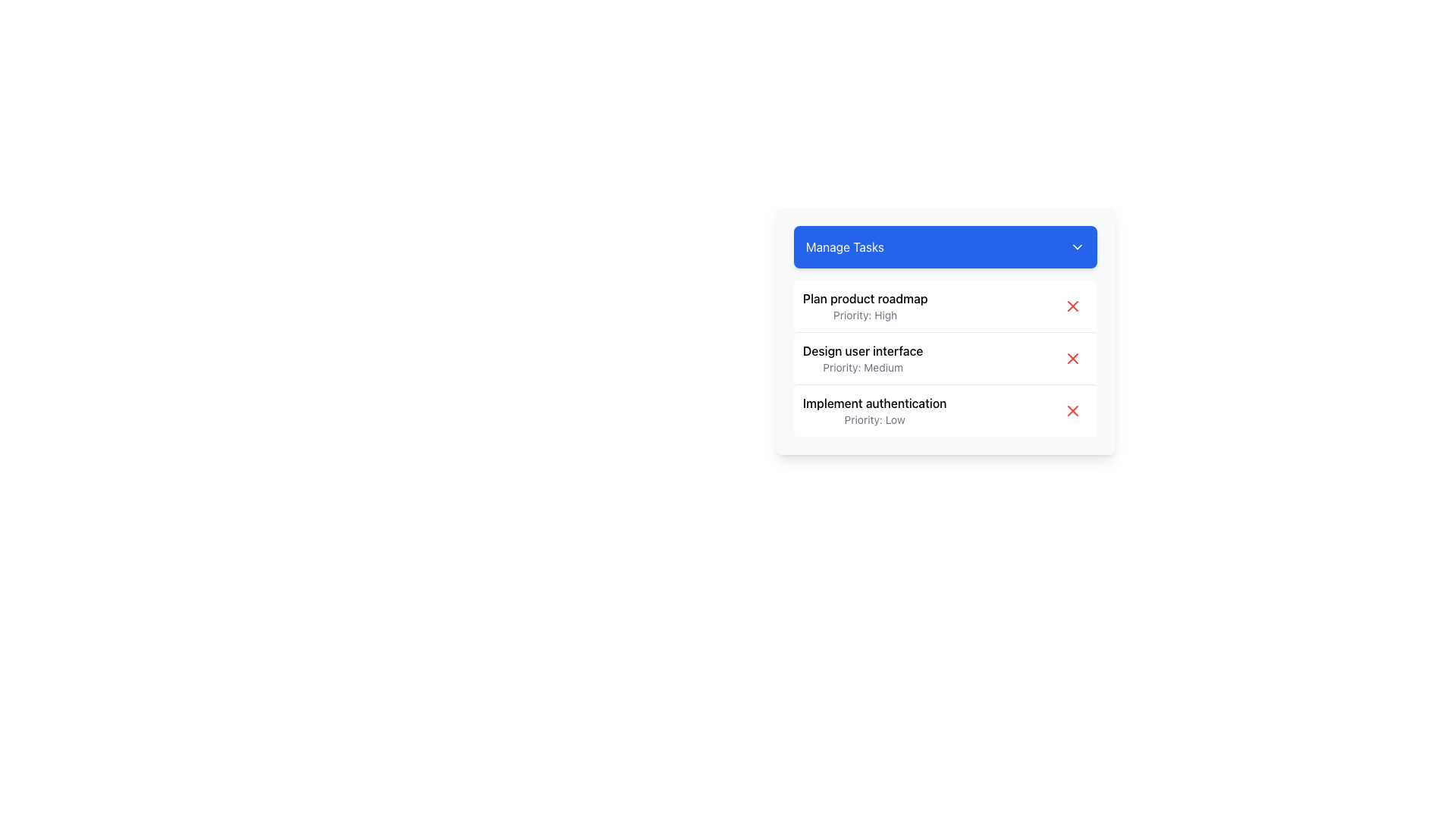  What do you see at coordinates (874, 411) in the screenshot?
I see `text displayed in the task entry located in the third row of the task management list, which shows the task's title and priority level` at bounding box center [874, 411].